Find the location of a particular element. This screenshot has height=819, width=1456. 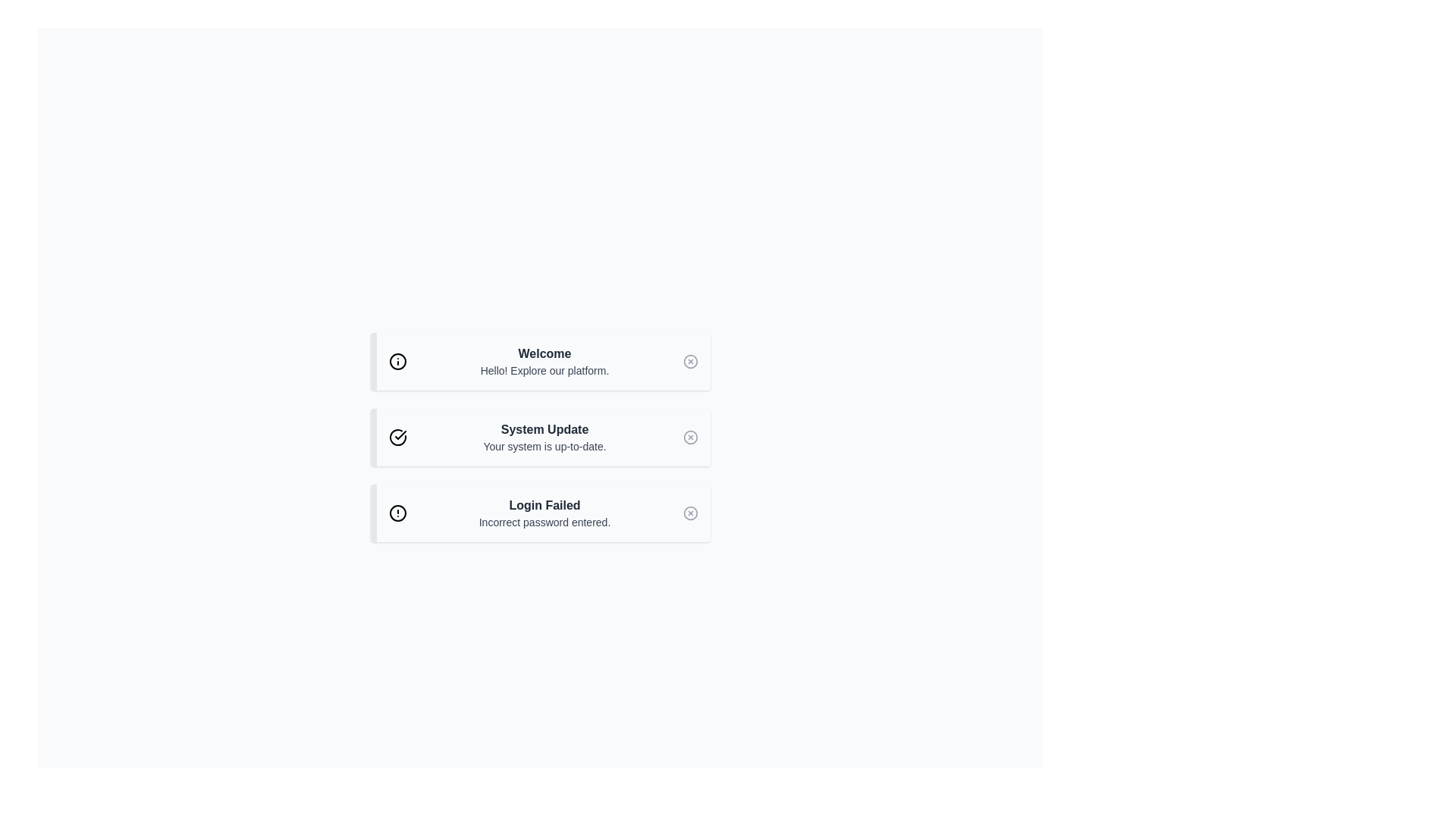

the close button located at the far-right side of the 'Login Failed' notification message is located at coordinates (689, 513).